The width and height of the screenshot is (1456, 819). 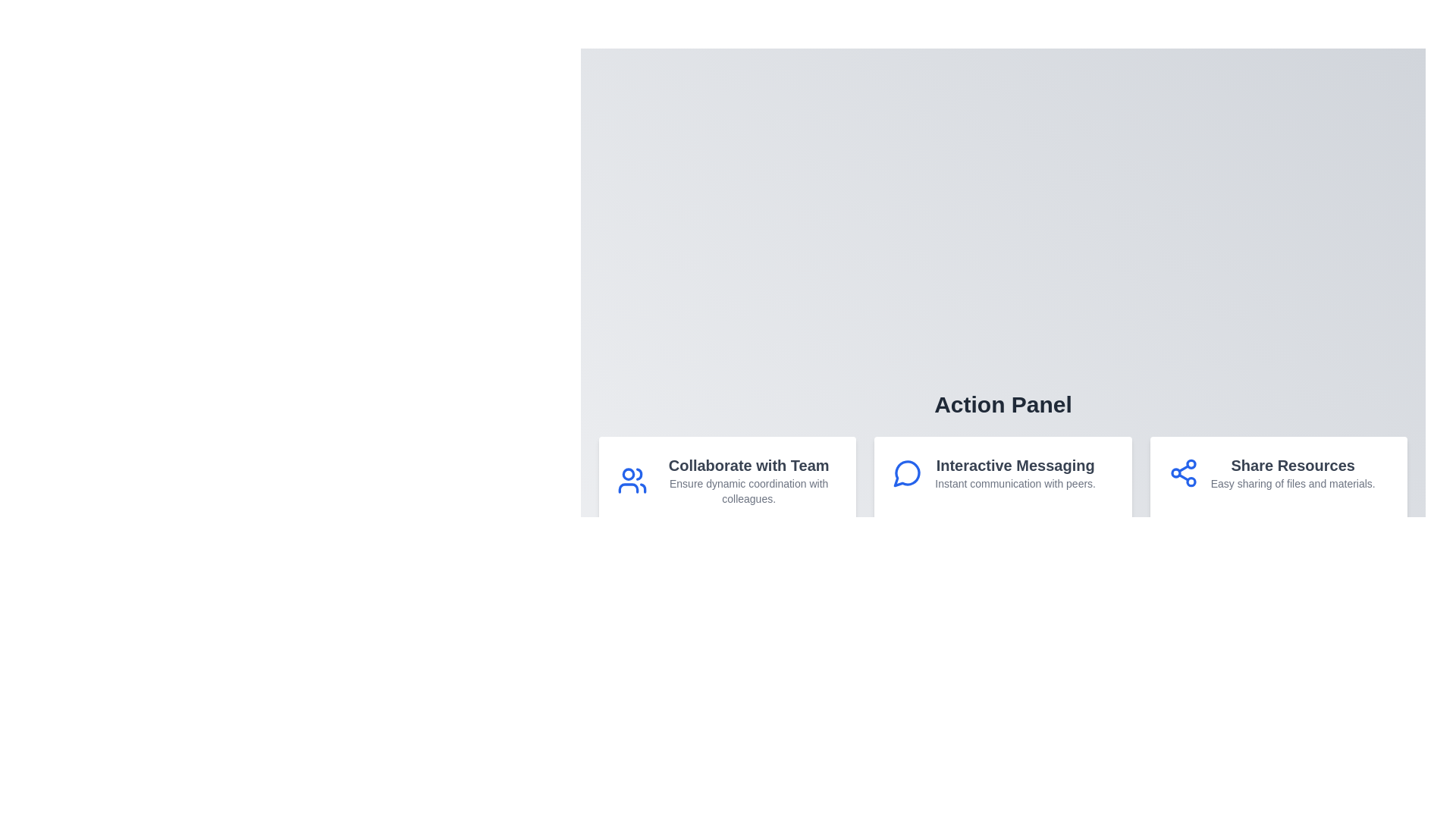 What do you see at coordinates (1278, 472) in the screenshot?
I see `on the third informational card in the bottom-right corner that provides information about resource sharing` at bounding box center [1278, 472].